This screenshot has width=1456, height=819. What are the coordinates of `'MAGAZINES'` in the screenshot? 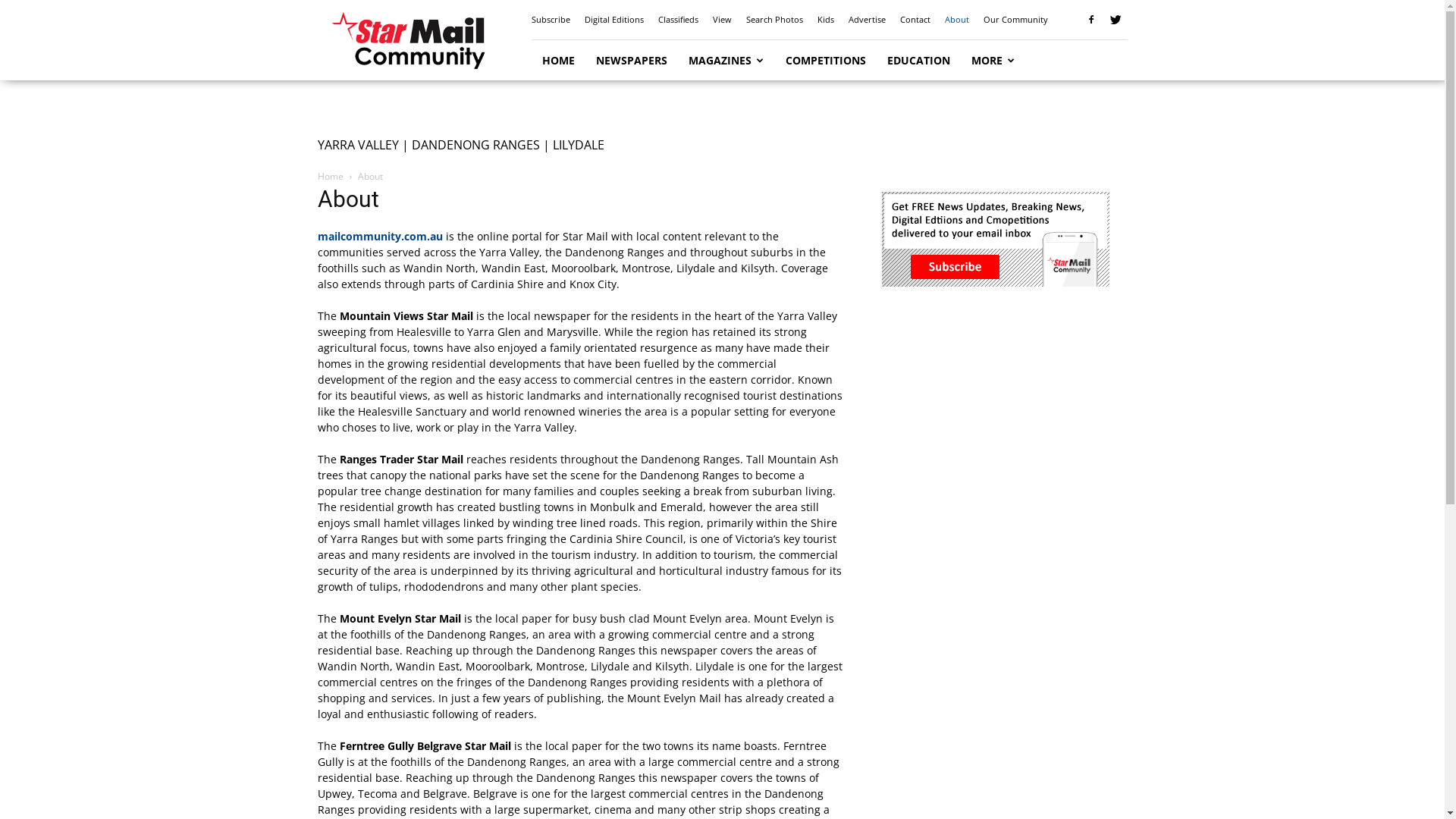 It's located at (726, 59).